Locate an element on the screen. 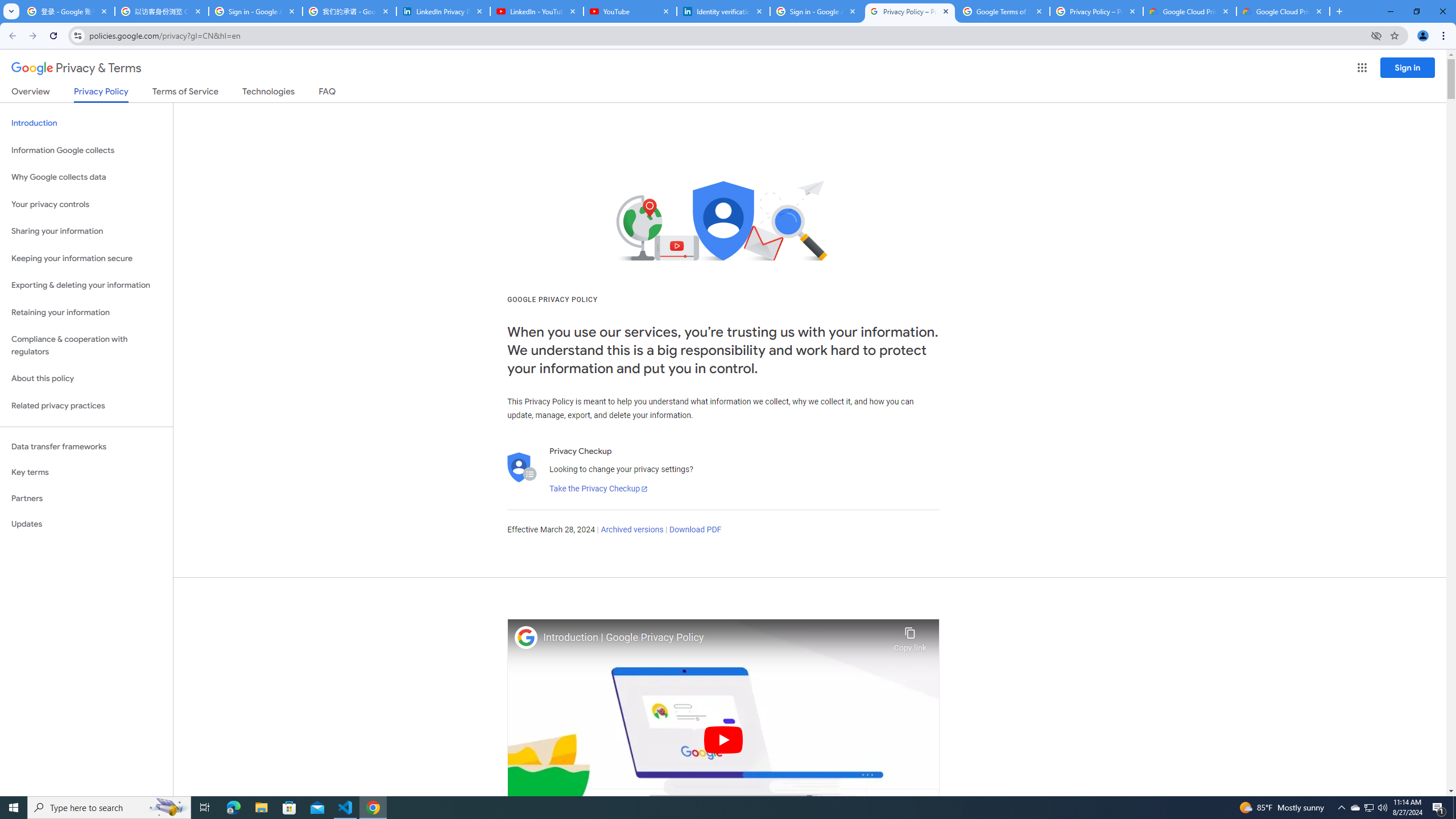 This screenshot has width=1456, height=819. 'Keeping your information secure' is located at coordinates (86, 259).